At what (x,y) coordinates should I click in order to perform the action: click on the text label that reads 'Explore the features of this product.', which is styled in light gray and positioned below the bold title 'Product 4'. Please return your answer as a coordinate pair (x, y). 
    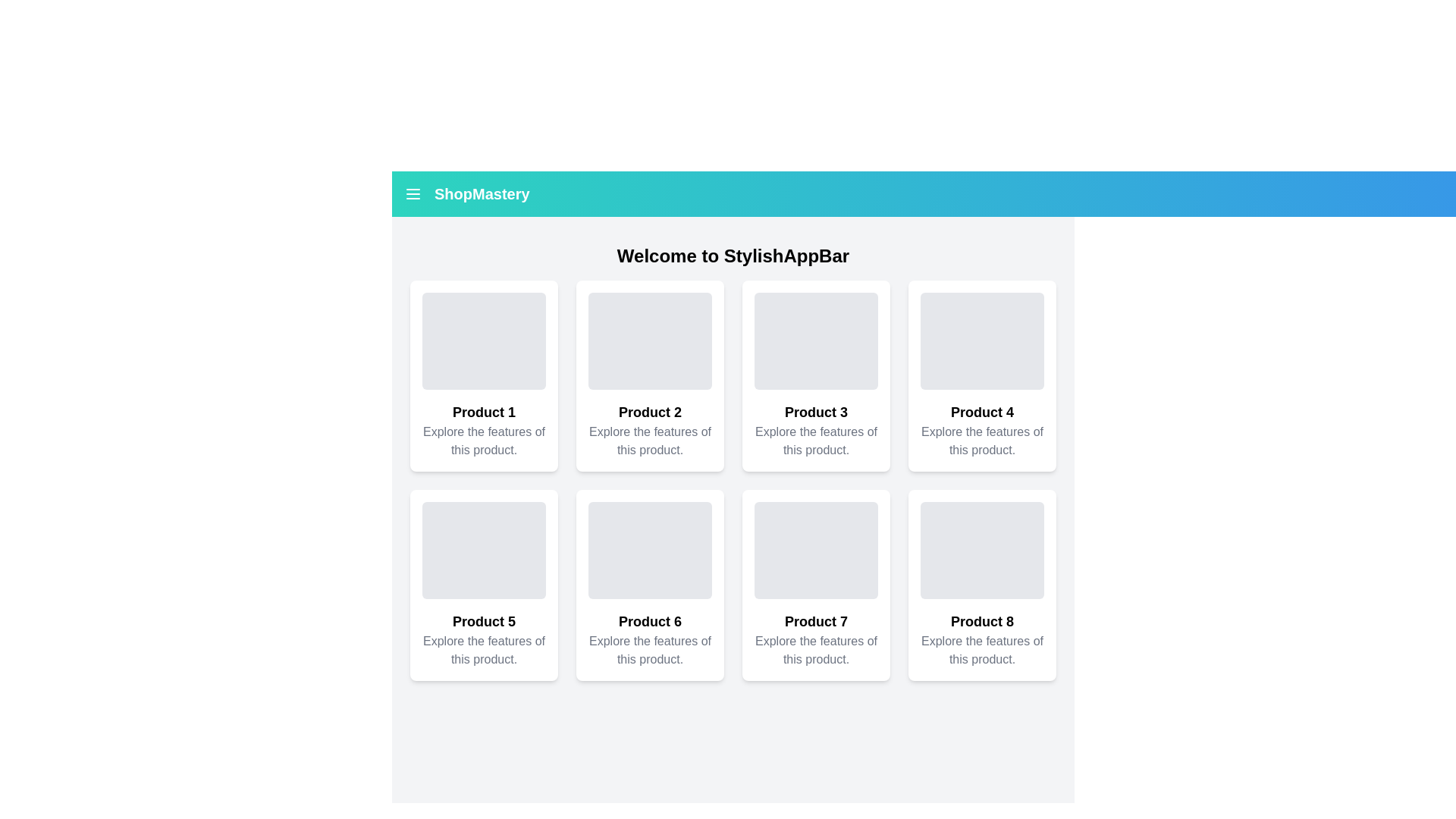
    Looking at the image, I should click on (982, 441).